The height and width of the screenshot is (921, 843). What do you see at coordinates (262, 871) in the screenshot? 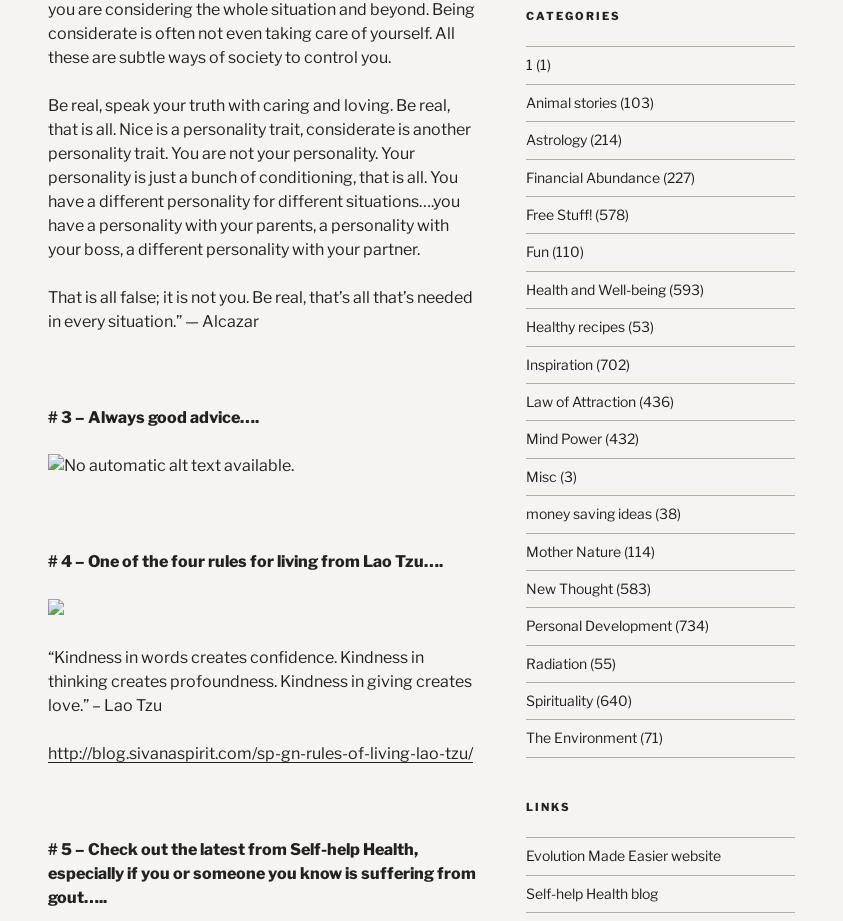
I see `'# 5 – Check out the latest from Self-help Health, especially if you or someone you know is suffering from gout…..'` at bounding box center [262, 871].